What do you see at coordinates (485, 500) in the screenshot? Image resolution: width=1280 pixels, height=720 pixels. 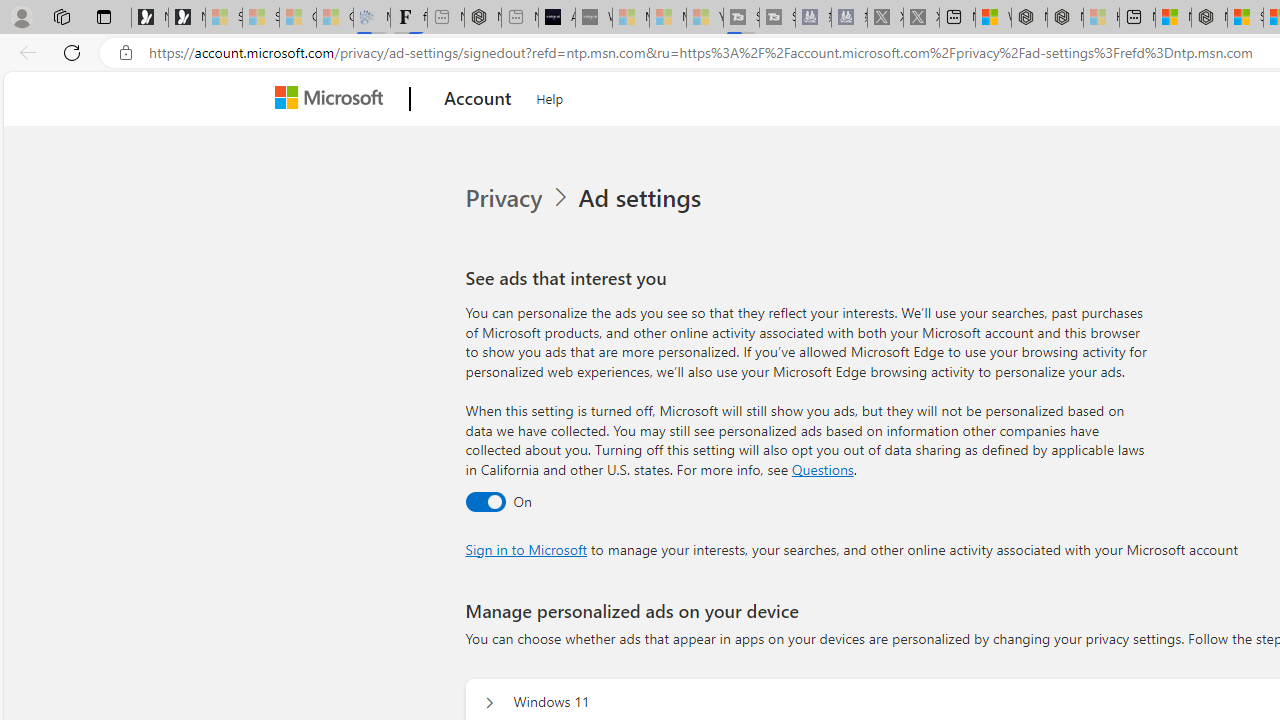 I see `'Ad settings toggle'` at bounding box center [485, 500].